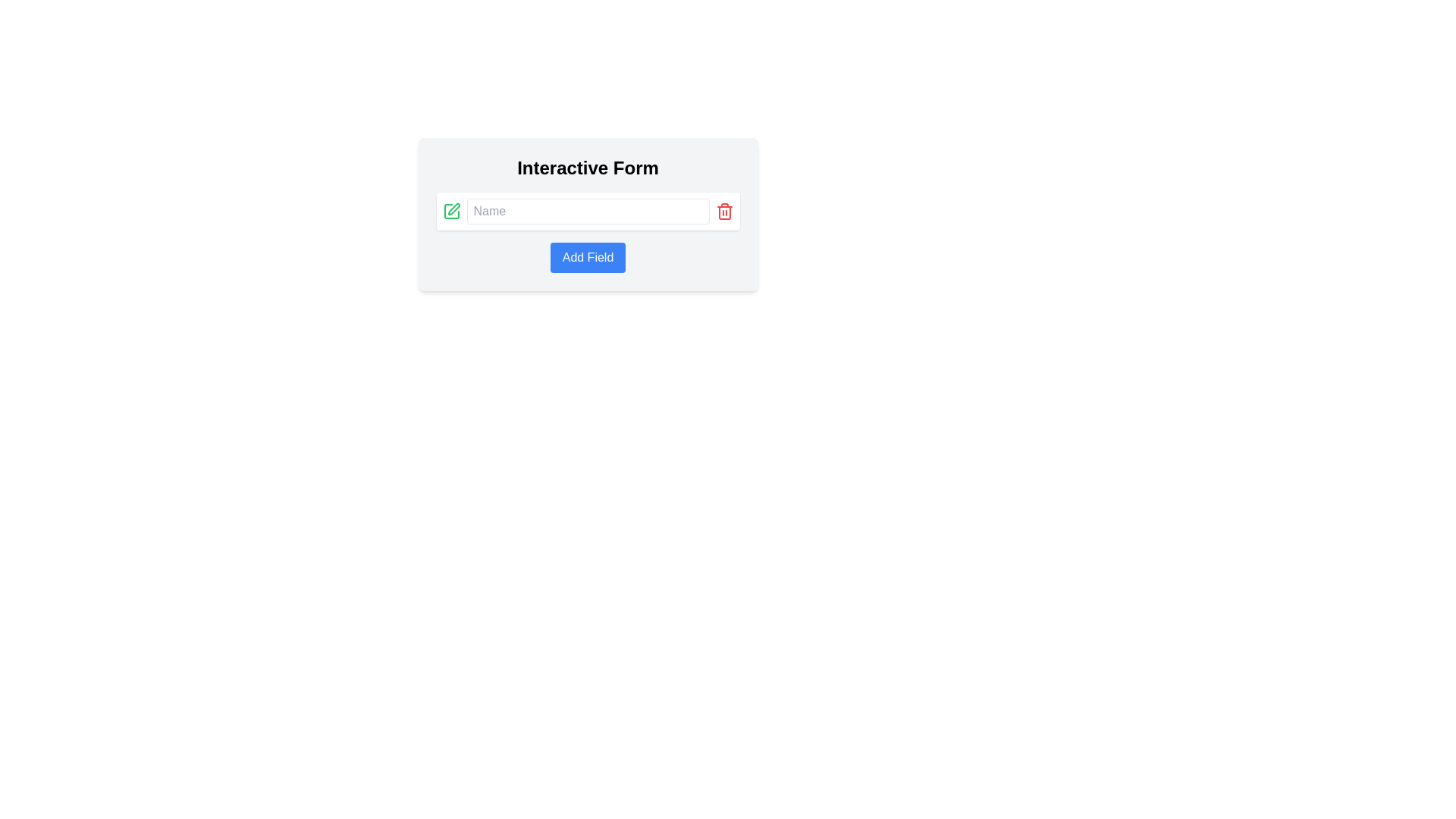  I want to click on the trash icon button, which is a red outlined trash bin with a thin black stroke, positioned to the right of a text input field, so click(723, 211).